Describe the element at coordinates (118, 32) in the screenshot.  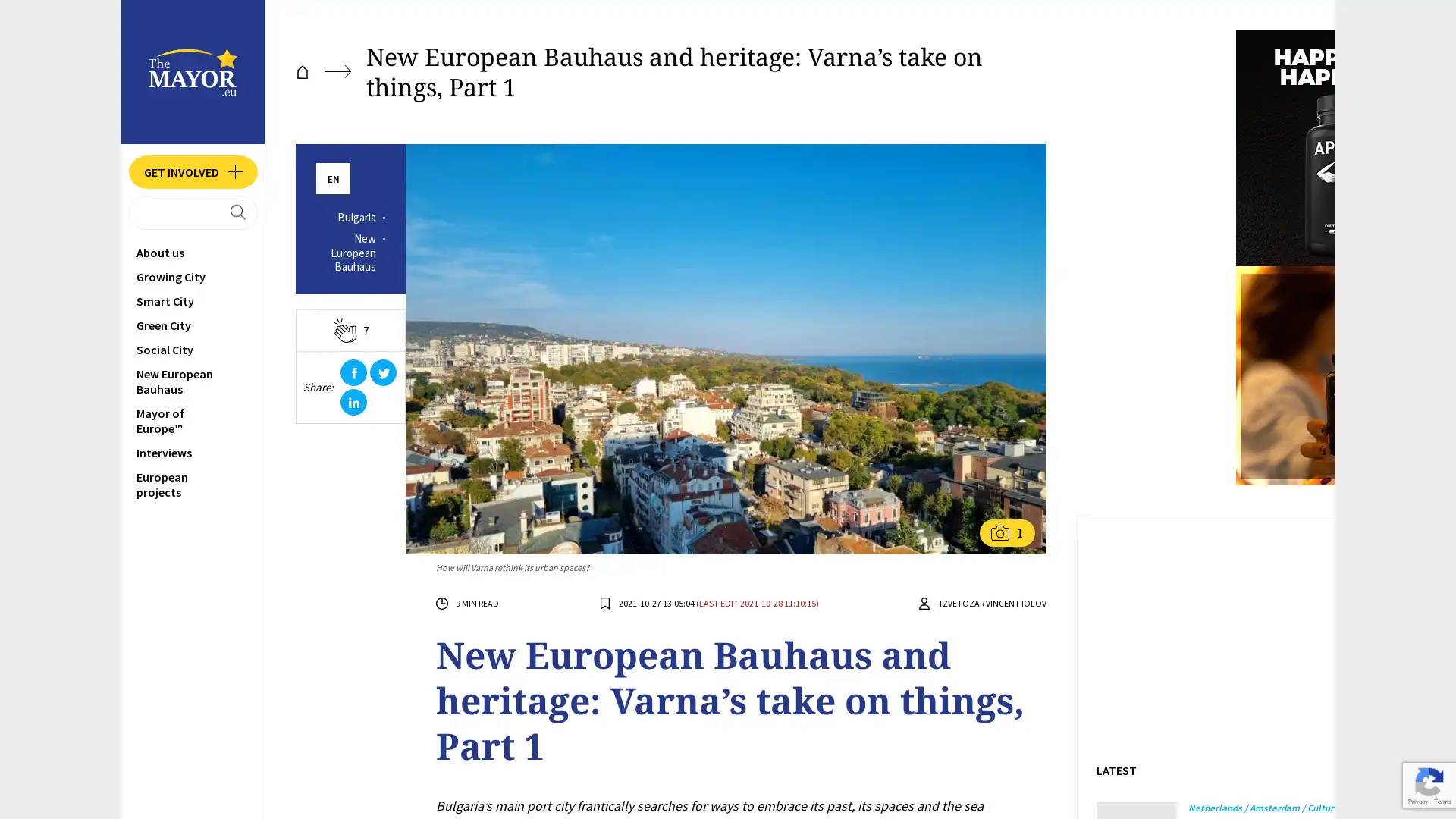
I see `Search` at that location.